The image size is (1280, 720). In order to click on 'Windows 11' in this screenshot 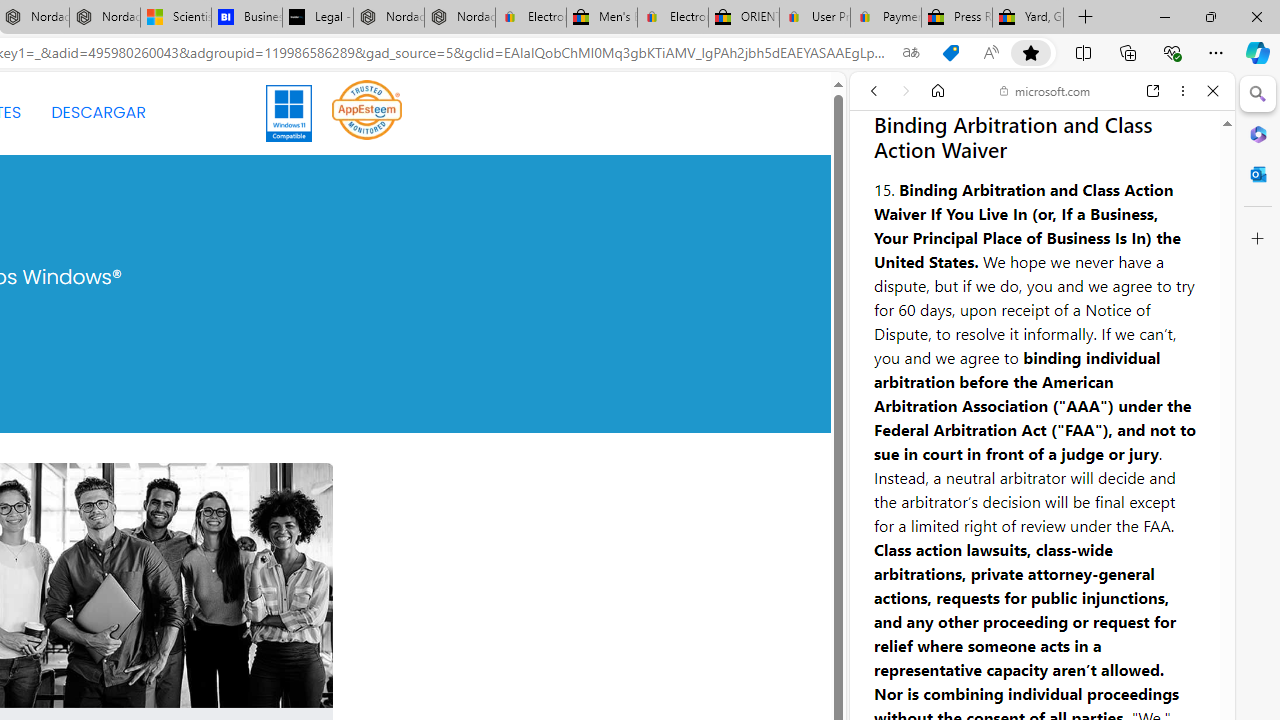, I will do `click(288, 113)`.